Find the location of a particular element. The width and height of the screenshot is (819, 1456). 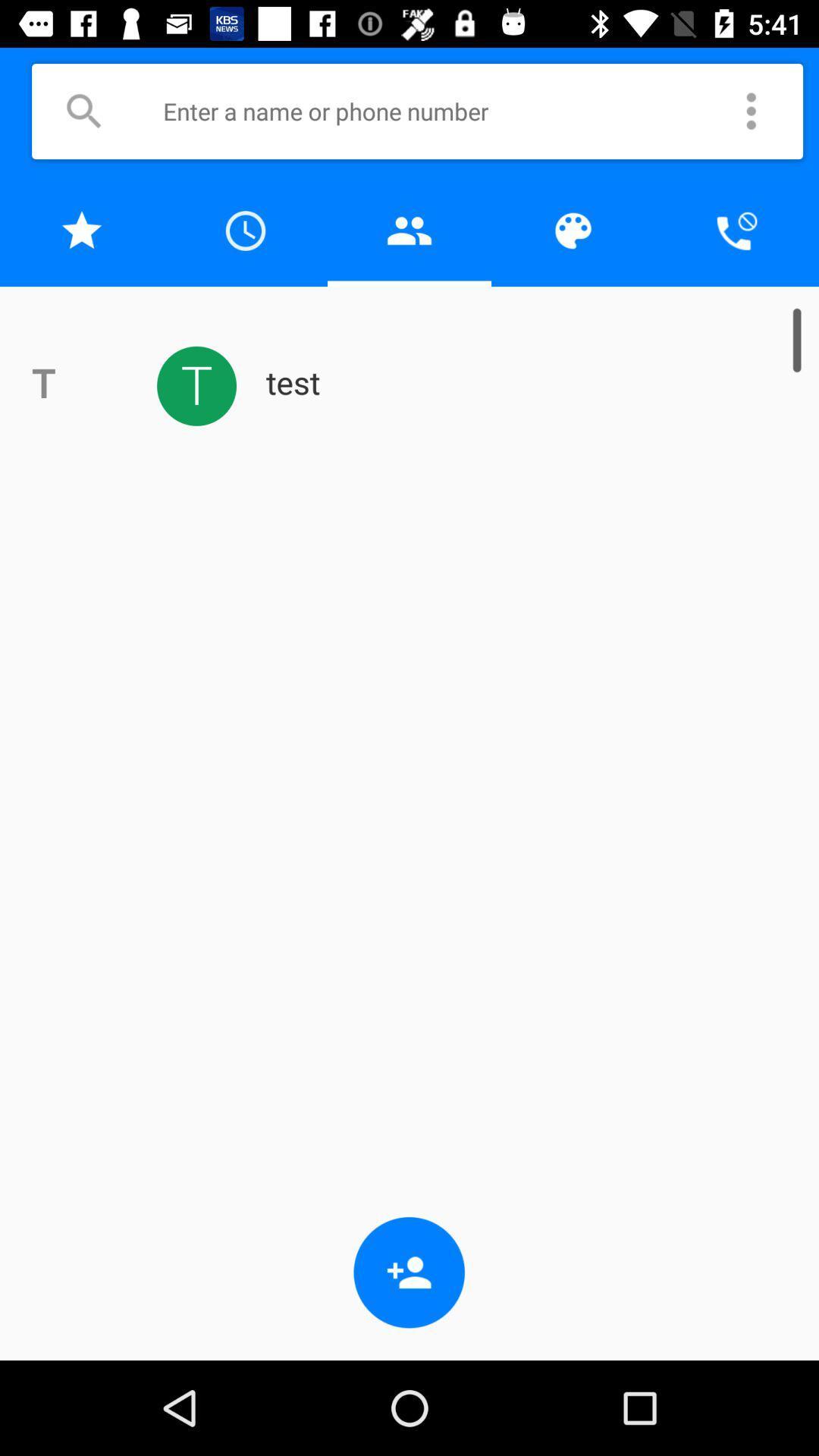

contact is located at coordinates (409, 230).